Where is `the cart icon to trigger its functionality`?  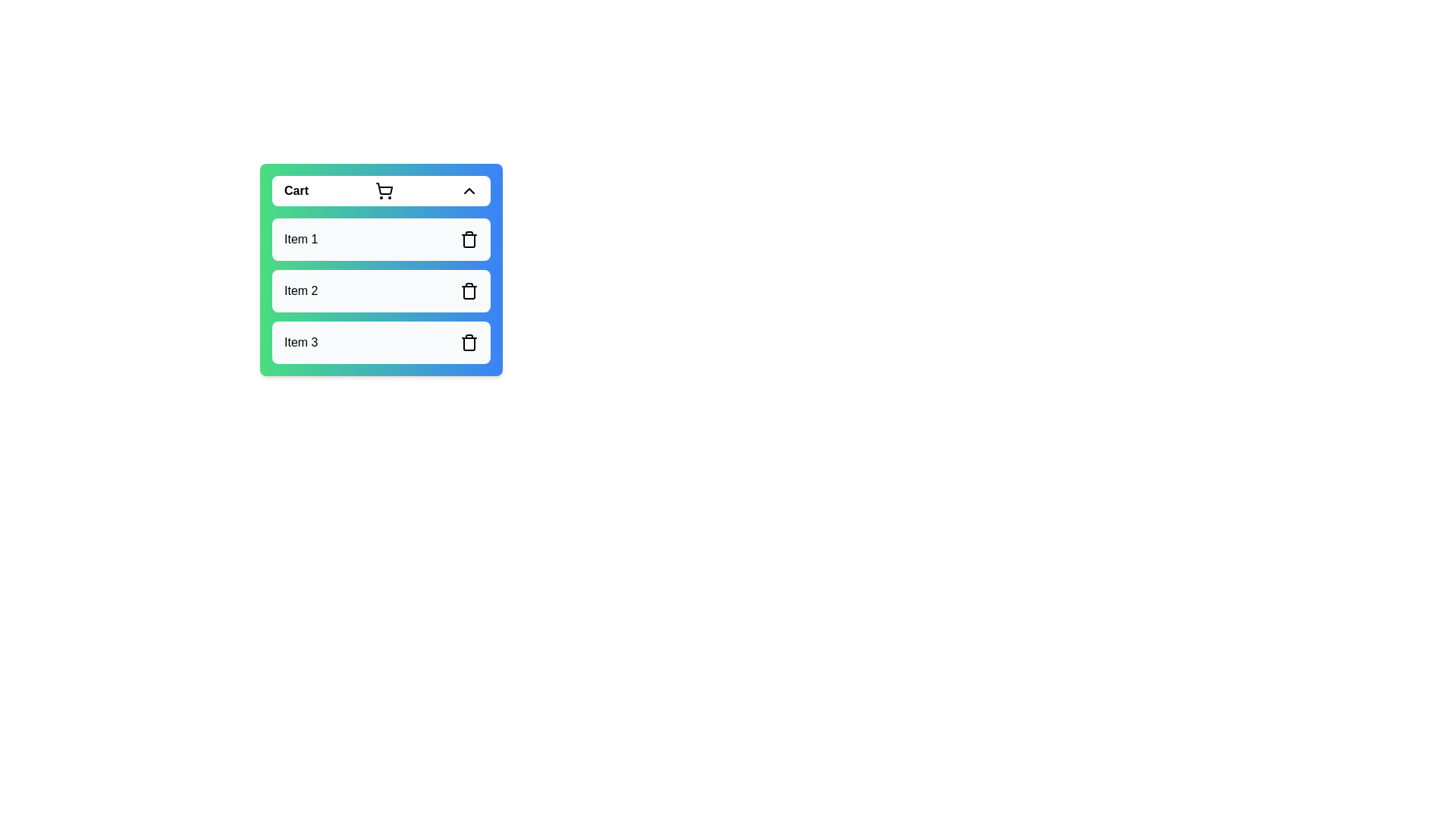
the cart icon to trigger its functionality is located at coordinates (384, 190).